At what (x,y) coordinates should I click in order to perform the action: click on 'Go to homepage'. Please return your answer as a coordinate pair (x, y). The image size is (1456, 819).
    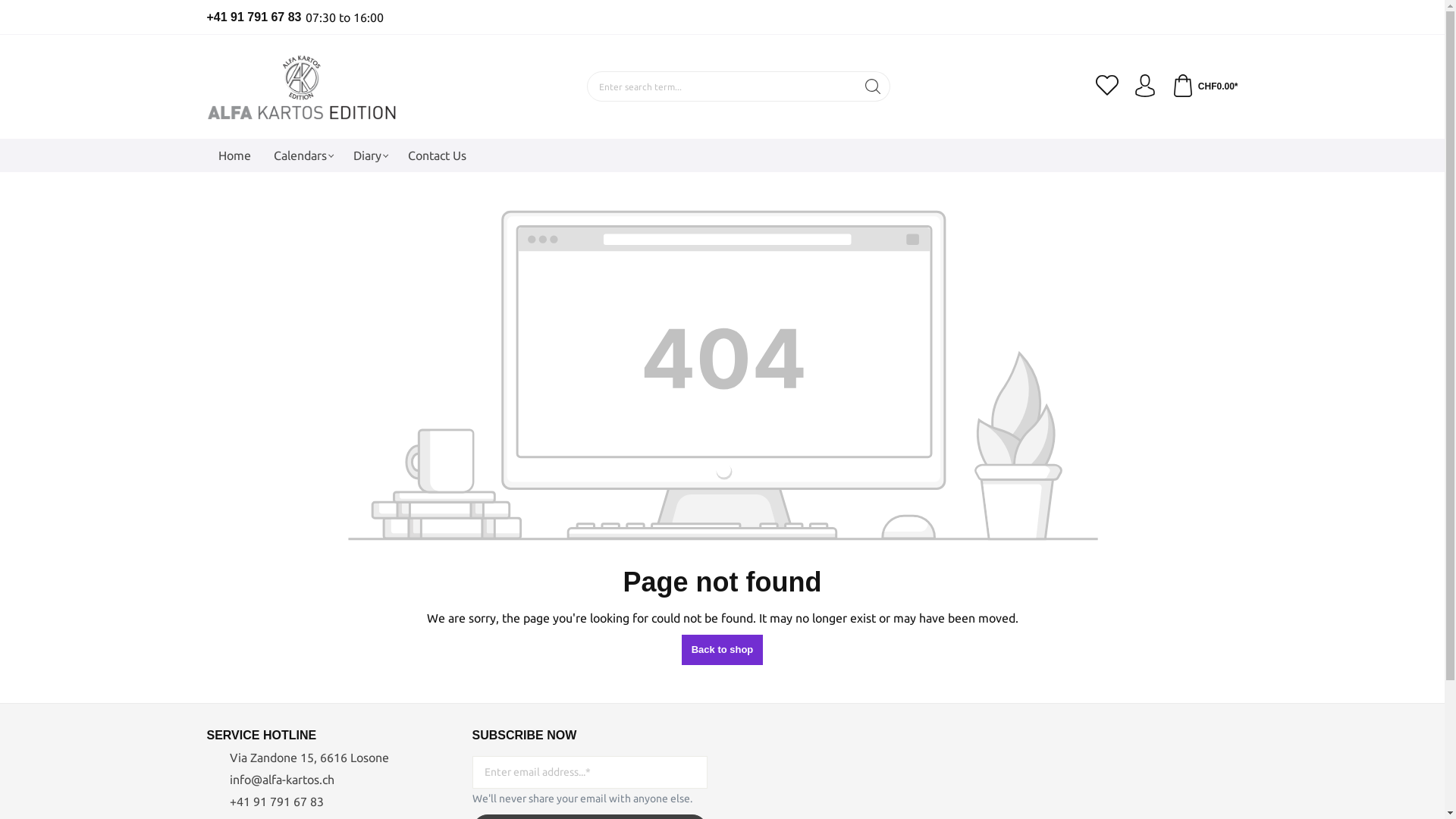
    Looking at the image, I should click on (301, 86).